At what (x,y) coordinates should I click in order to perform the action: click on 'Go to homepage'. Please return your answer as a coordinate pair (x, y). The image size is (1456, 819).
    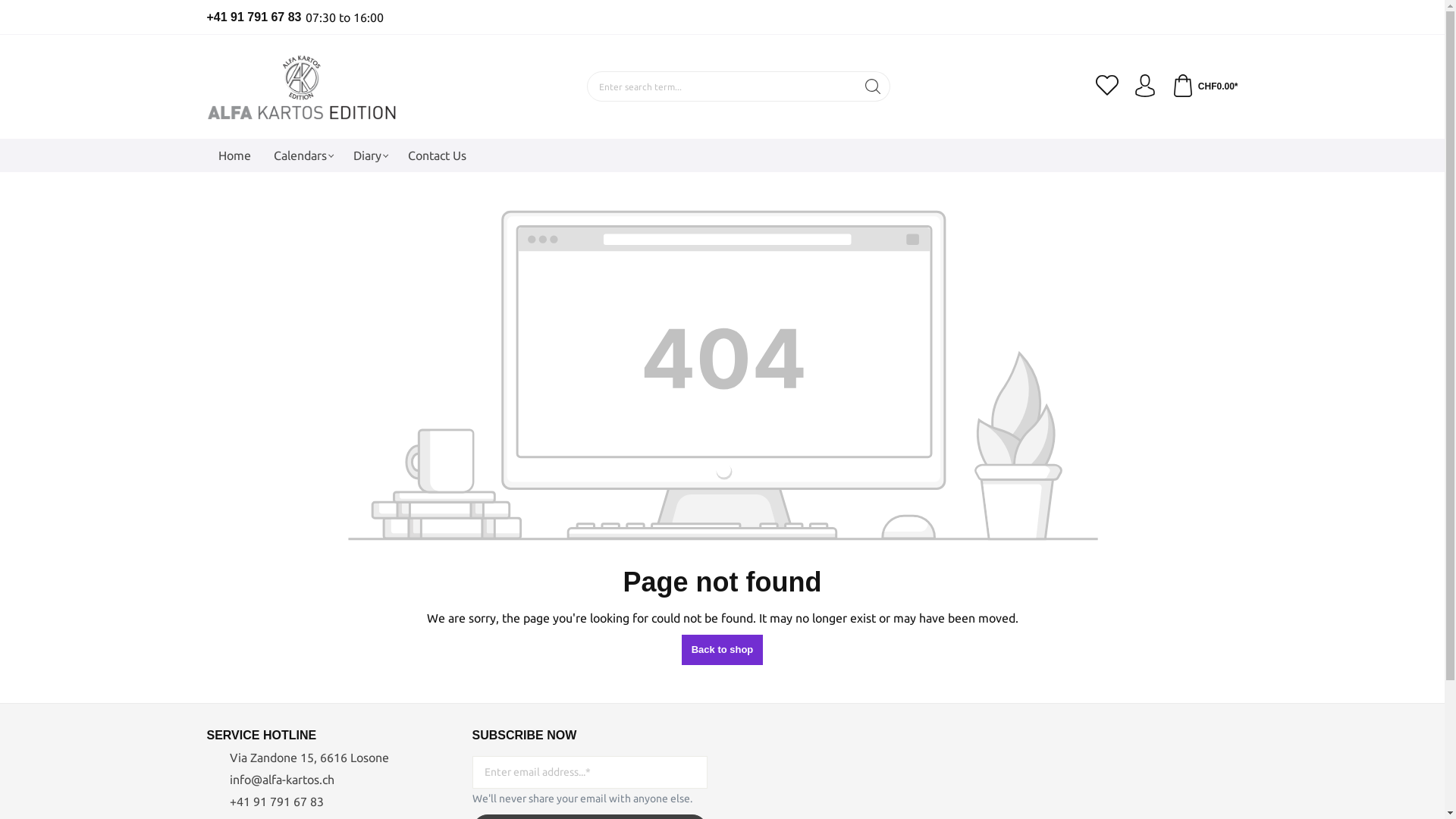
    Looking at the image, I should click on (301, 86).